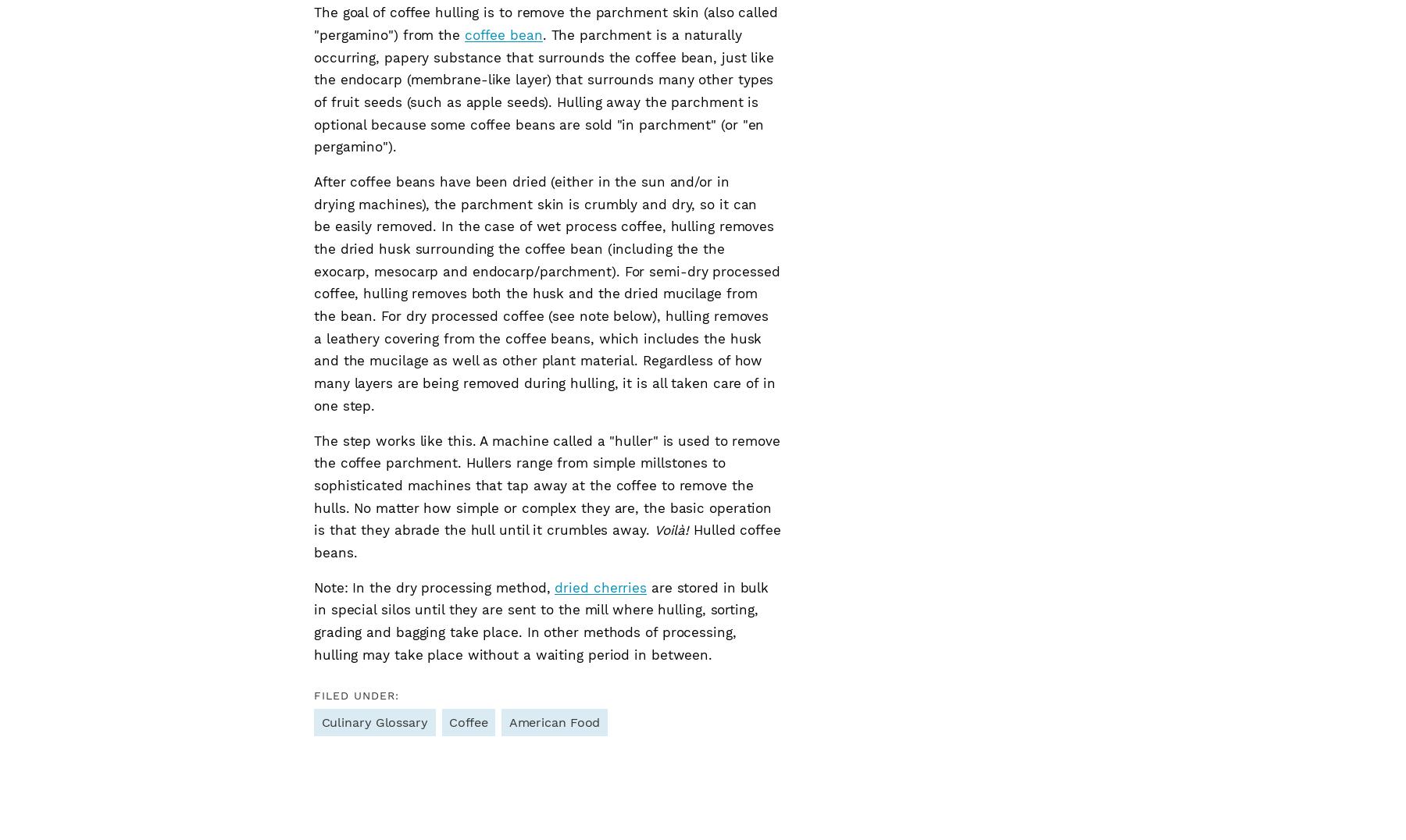 This screenshot has height=840, width=1406. Describe the element at coordinates (313, 541) in the screenshot. I see `'Hulled coffee beans.'` at that location.